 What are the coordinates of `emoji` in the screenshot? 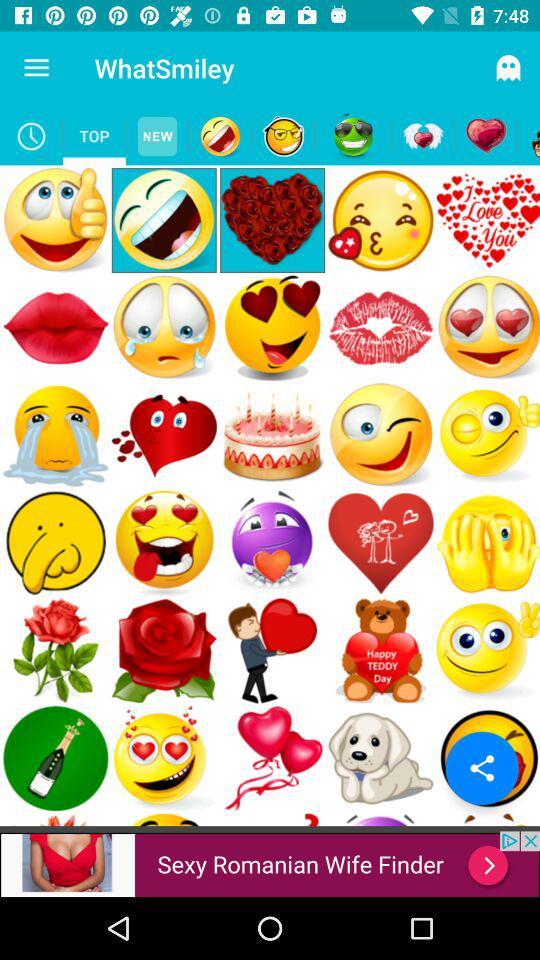 It's located at (528, 135).